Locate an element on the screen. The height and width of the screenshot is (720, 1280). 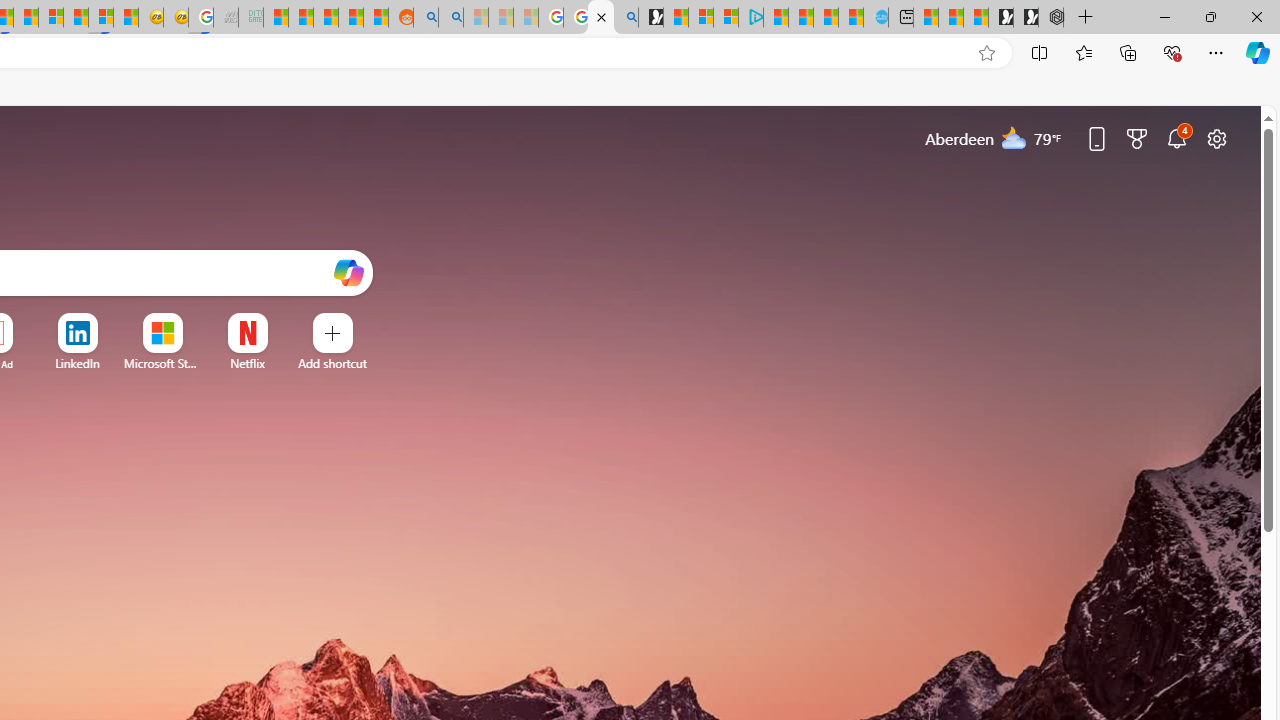
'LinkedIn' is located at coordinates (77, 363).